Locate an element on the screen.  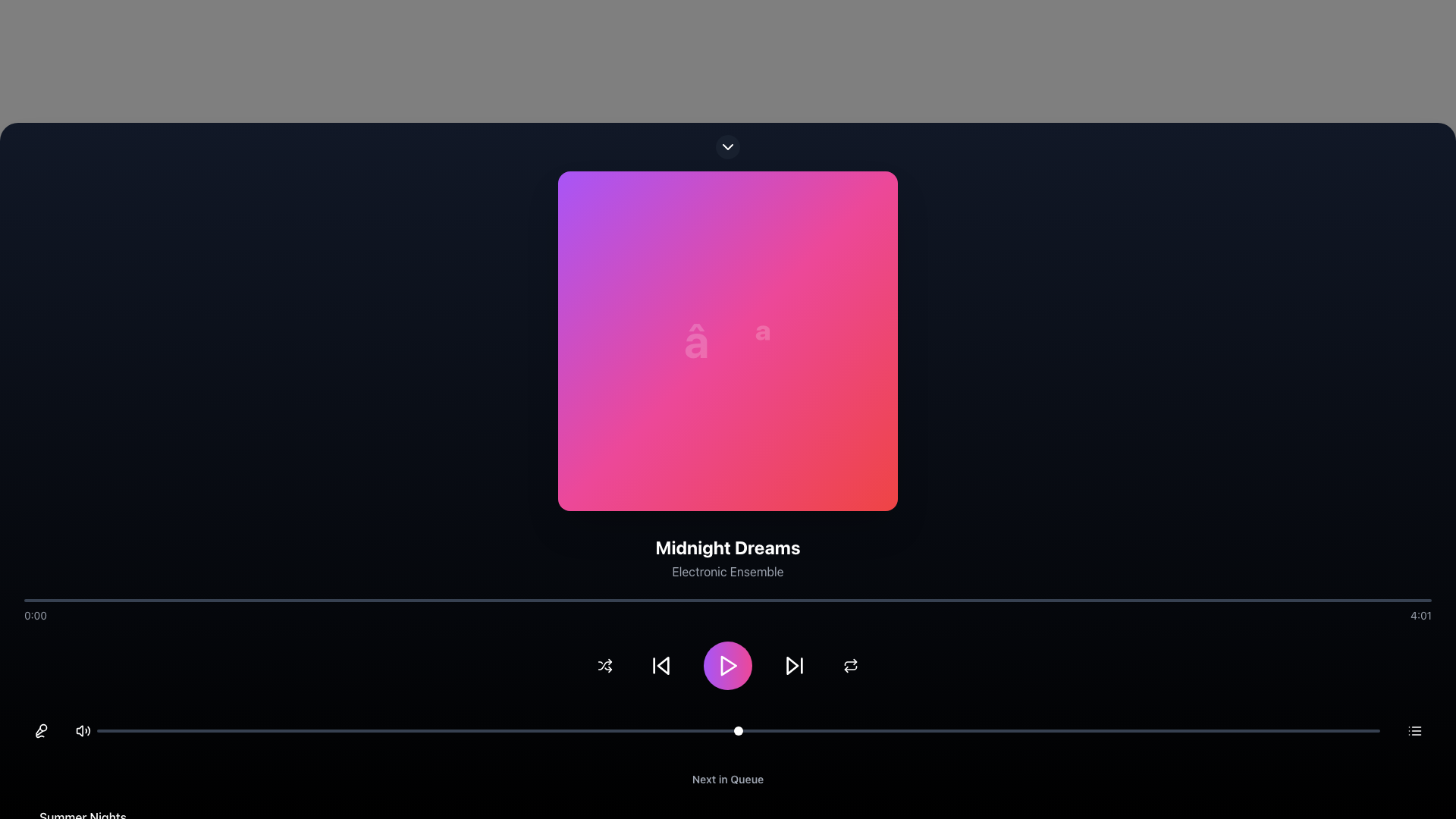
the skip button icon, which is located to the right of the play button in the media control interface, to possibly view a tooltip is located at coordinates (793, 665).